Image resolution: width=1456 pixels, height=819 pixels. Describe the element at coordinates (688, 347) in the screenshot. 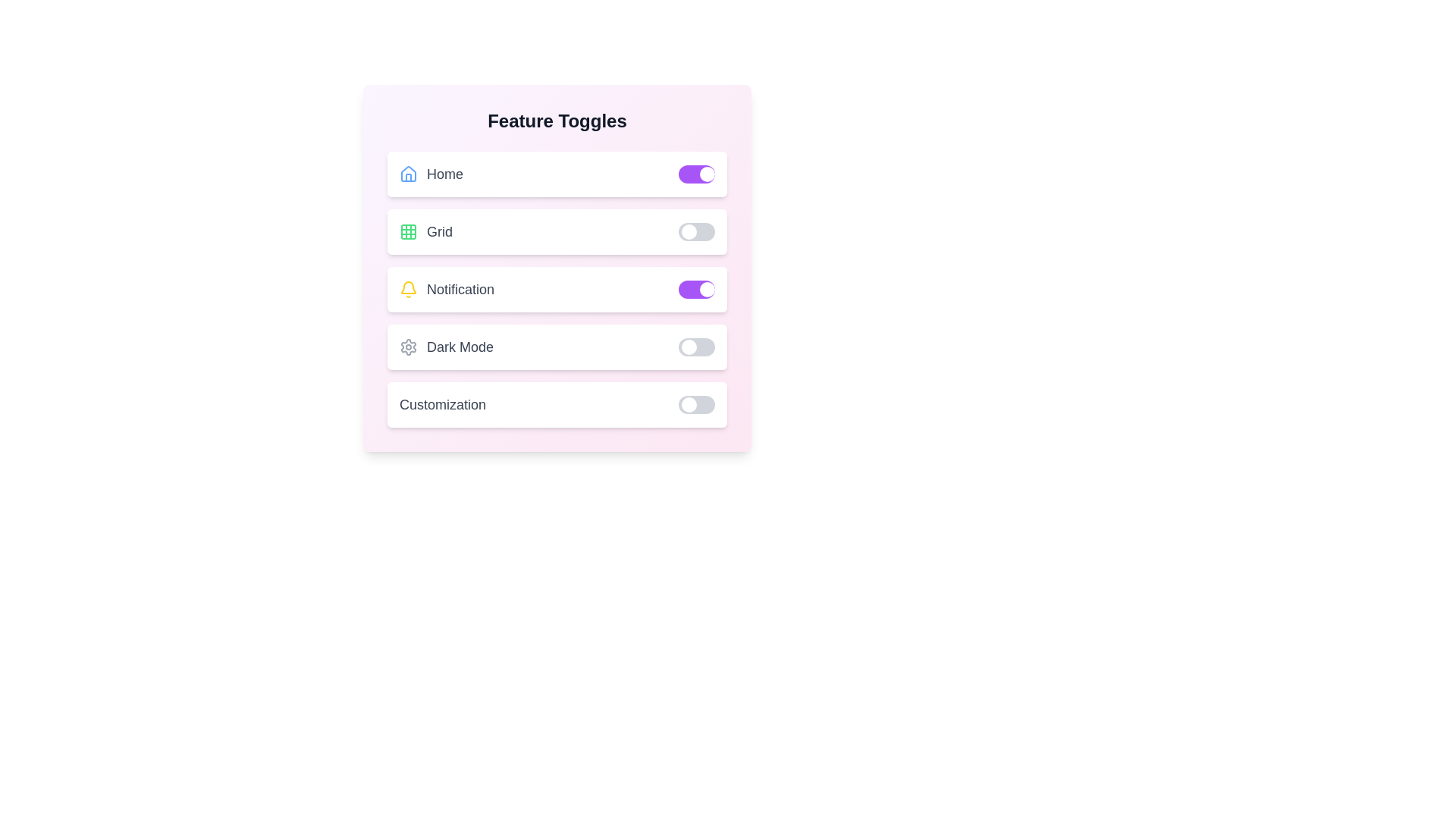

I see `the toggle handle of the Dark Mode switch` at that location.